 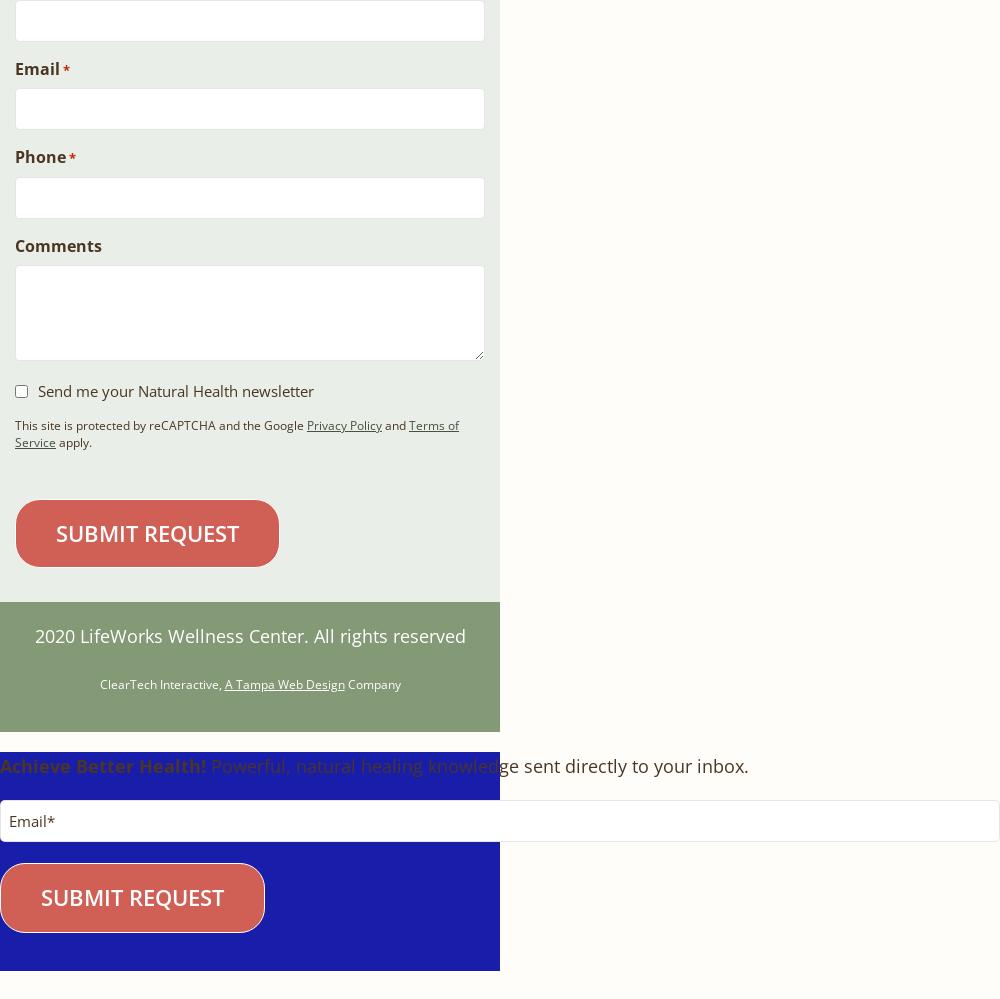 I want to click on '2020 LifeWorks Wellness Center. All rights reserved', so click(x=248, y=633).